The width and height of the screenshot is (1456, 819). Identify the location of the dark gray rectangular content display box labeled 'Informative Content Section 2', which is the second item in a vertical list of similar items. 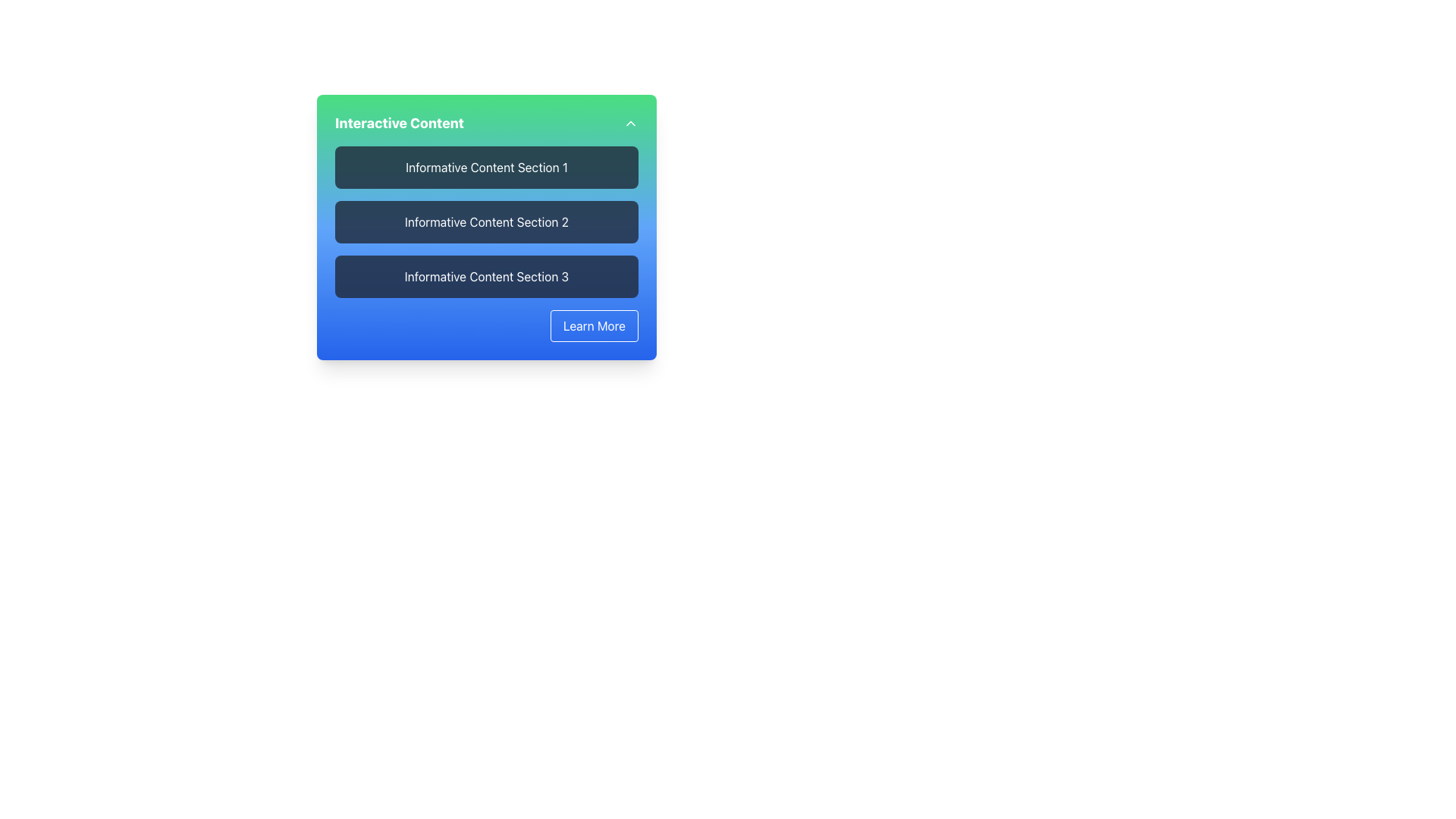
(487, 222).